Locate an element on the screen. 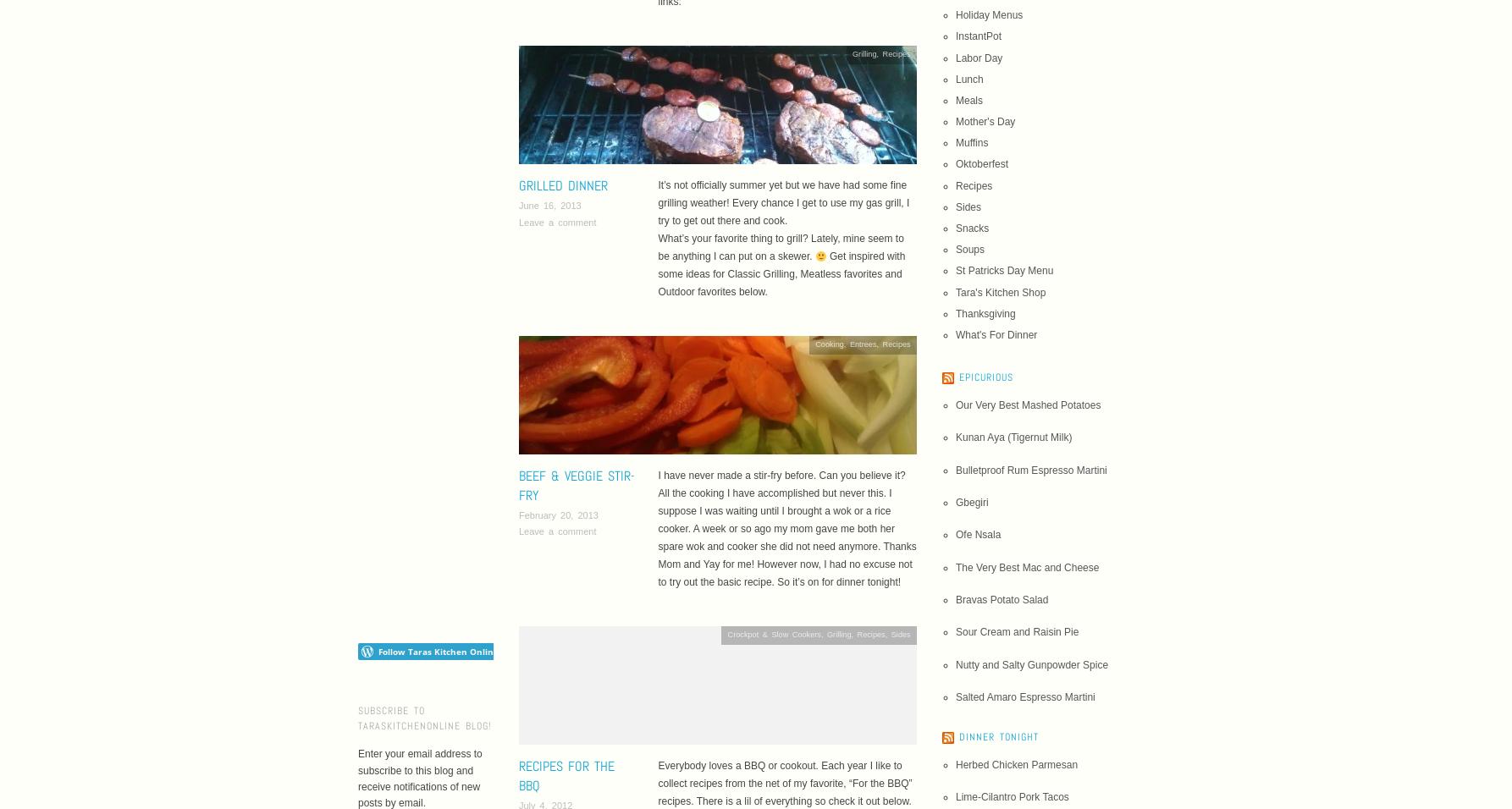 This screenshot has width=1512, height=809. 'Bulletproof Rum Espresso Martini' is located at coordinates (954, 468).